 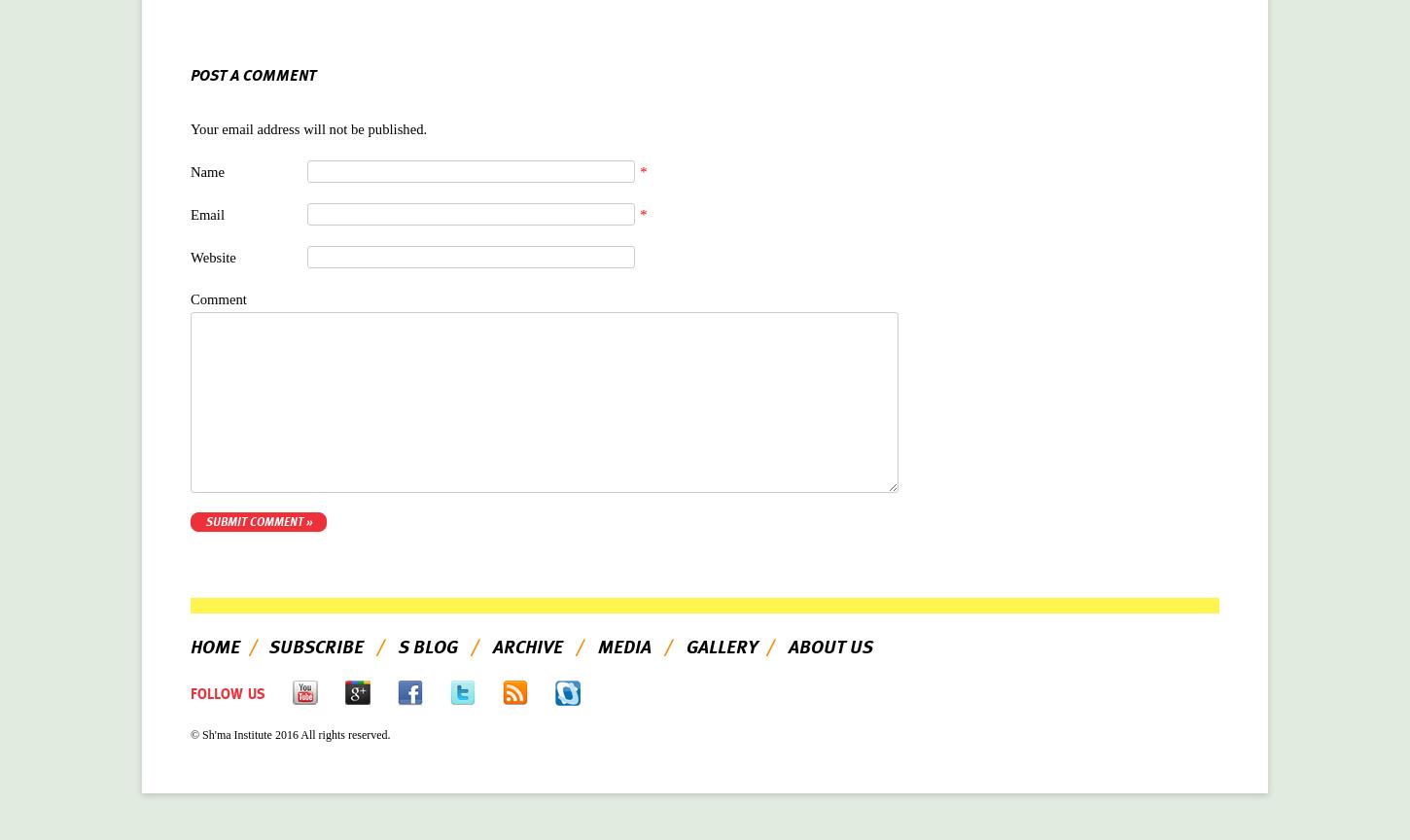 I want to click on 'Comment', so click(x=217, y=297).